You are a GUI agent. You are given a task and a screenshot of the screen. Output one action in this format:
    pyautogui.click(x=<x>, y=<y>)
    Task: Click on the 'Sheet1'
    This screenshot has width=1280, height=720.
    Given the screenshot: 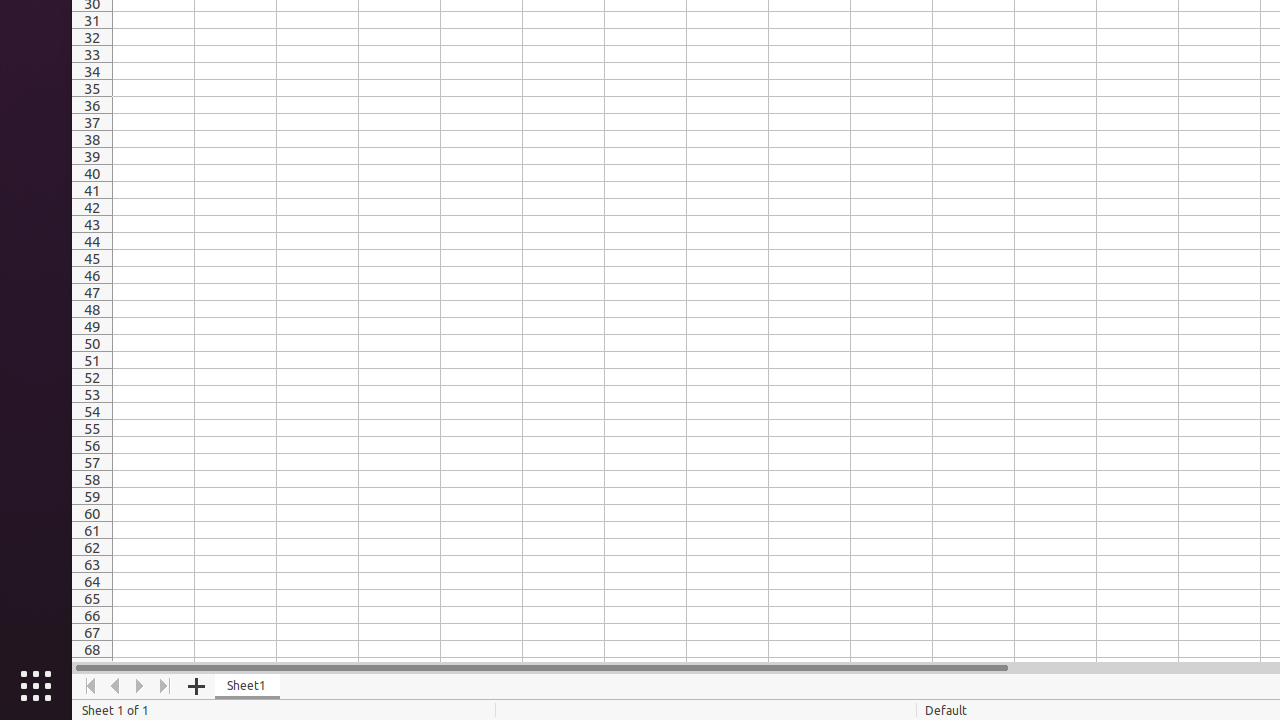 What is the action you would take?
    pyautogui.click(x=246, y=685)
    